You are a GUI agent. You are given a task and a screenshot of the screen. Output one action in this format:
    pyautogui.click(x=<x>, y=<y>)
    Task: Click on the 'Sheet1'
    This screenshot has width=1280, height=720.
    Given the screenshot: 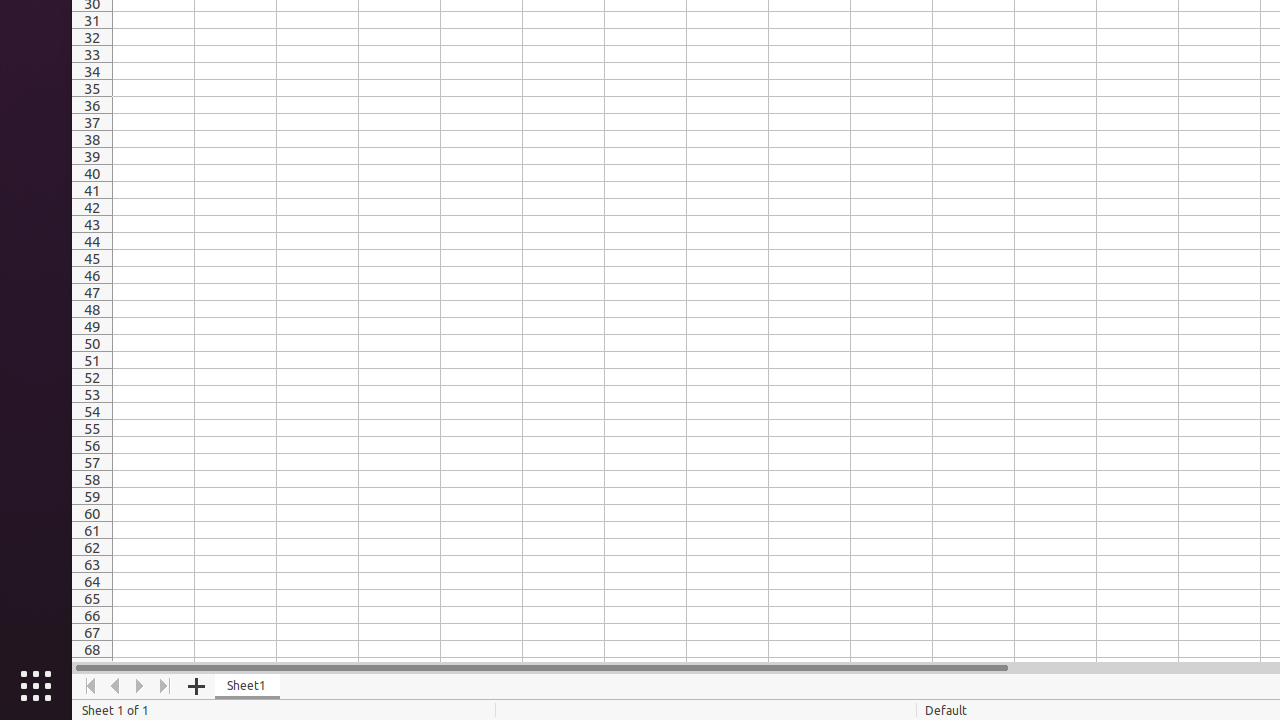 What is the action you would take?
    pyautogui.click(x=246, y=685)
    